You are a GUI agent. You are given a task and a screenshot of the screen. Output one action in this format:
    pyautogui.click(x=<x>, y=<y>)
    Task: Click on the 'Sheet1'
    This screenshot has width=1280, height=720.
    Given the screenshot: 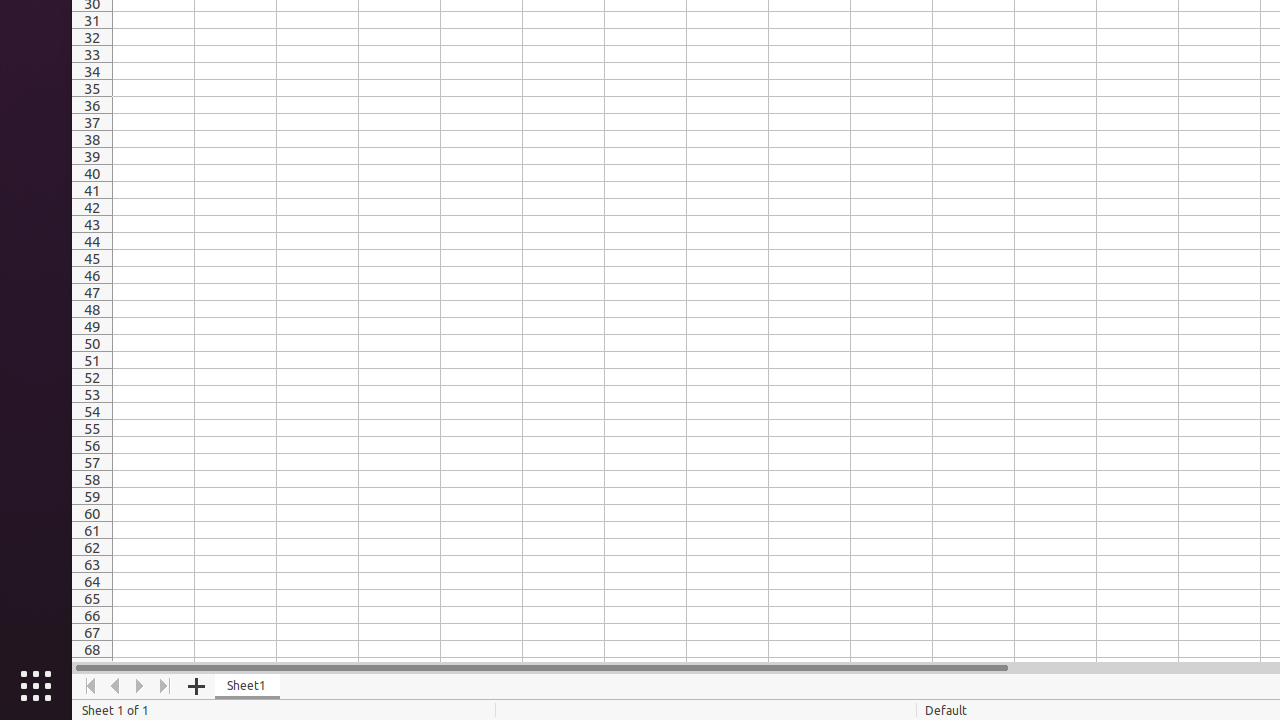 What is the action you would take?
    pyautogui.click(x=246, y=685)
    